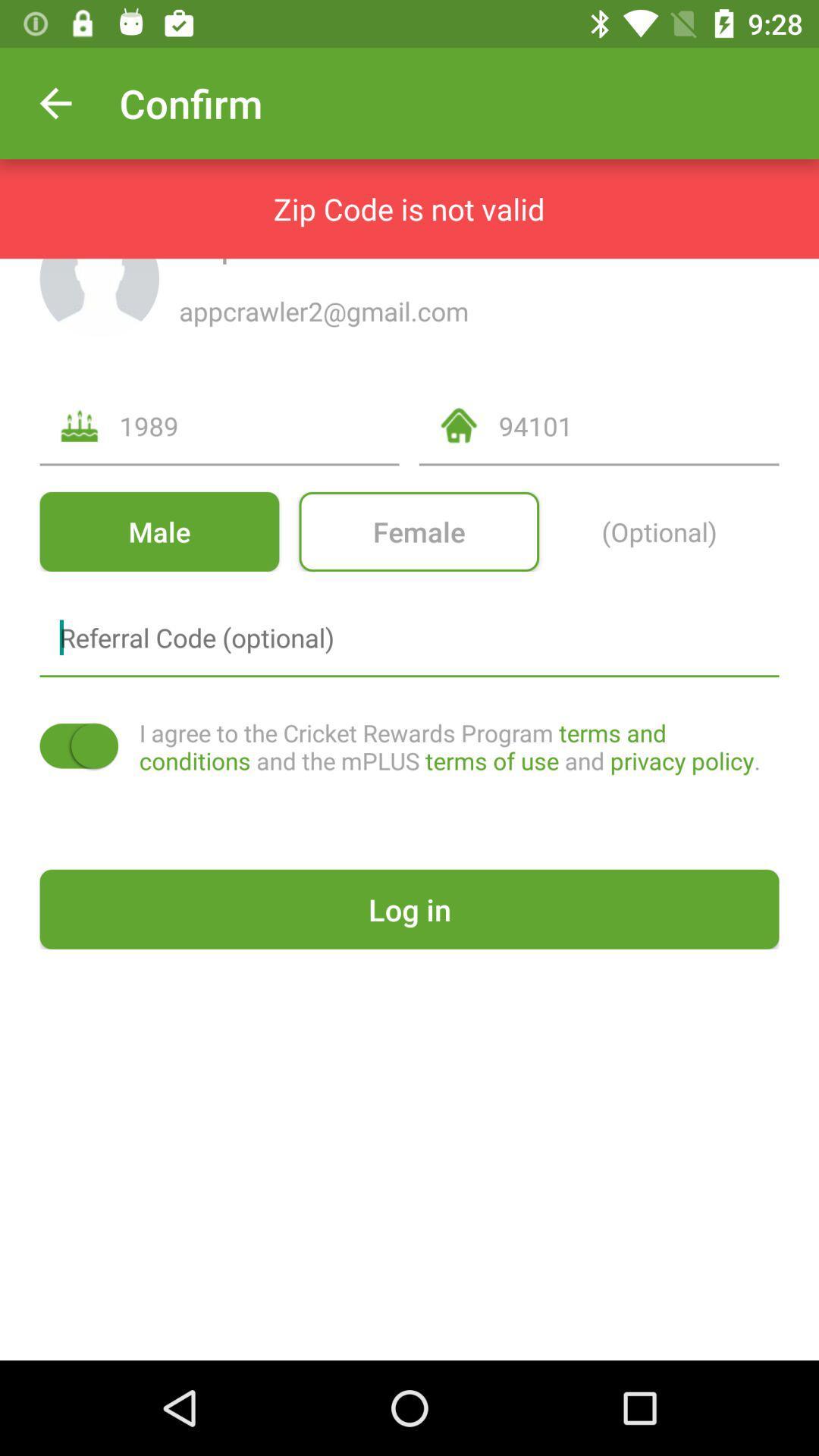 Image resolution: width=819 pixels, height=1456 pixels. What do you see at coordinates (419, 532) in the screenshot?
I see `female item` at bounding box center [419, 532].